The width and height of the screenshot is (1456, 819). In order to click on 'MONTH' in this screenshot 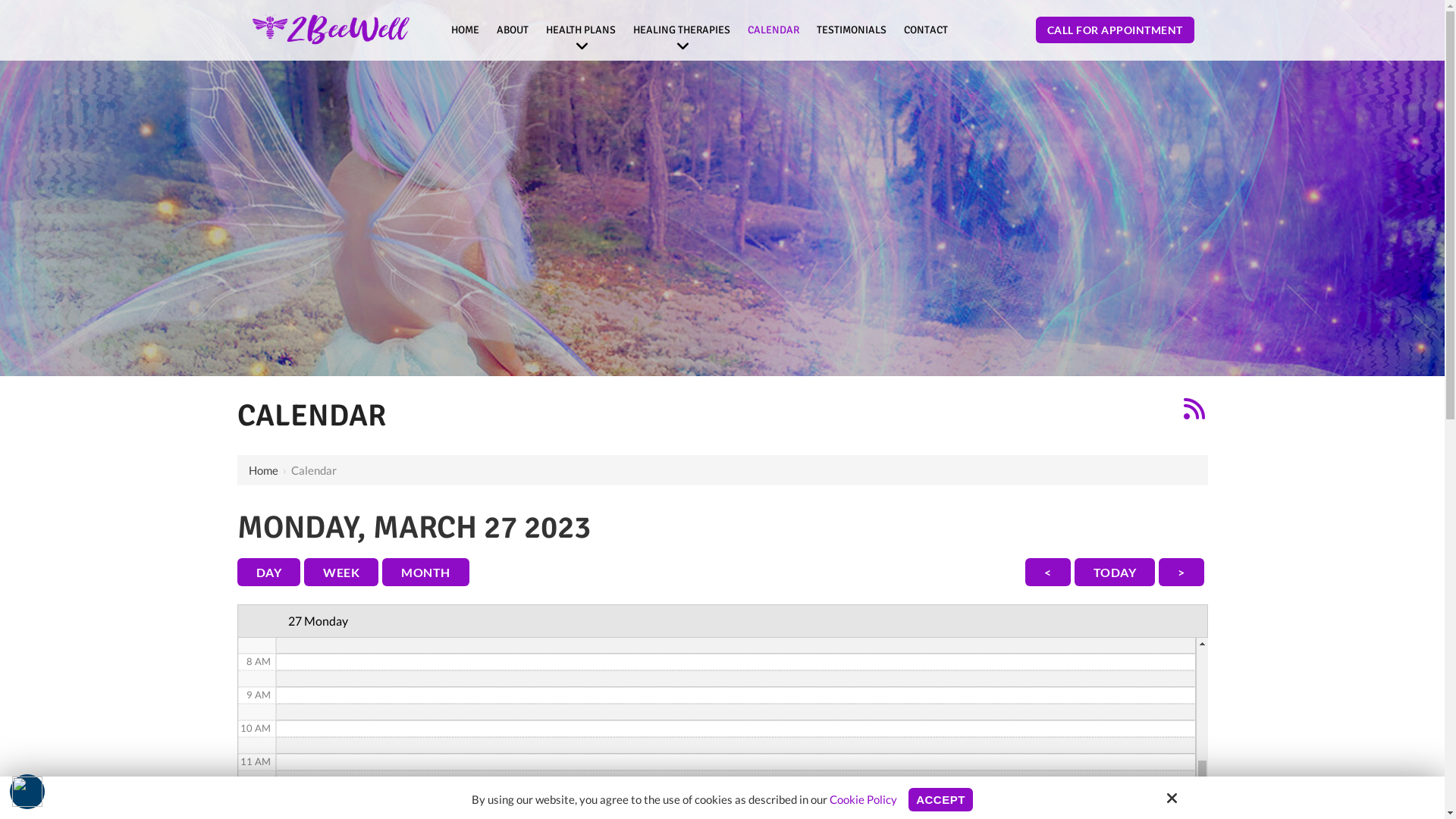, I will do `click(382, 572)`.